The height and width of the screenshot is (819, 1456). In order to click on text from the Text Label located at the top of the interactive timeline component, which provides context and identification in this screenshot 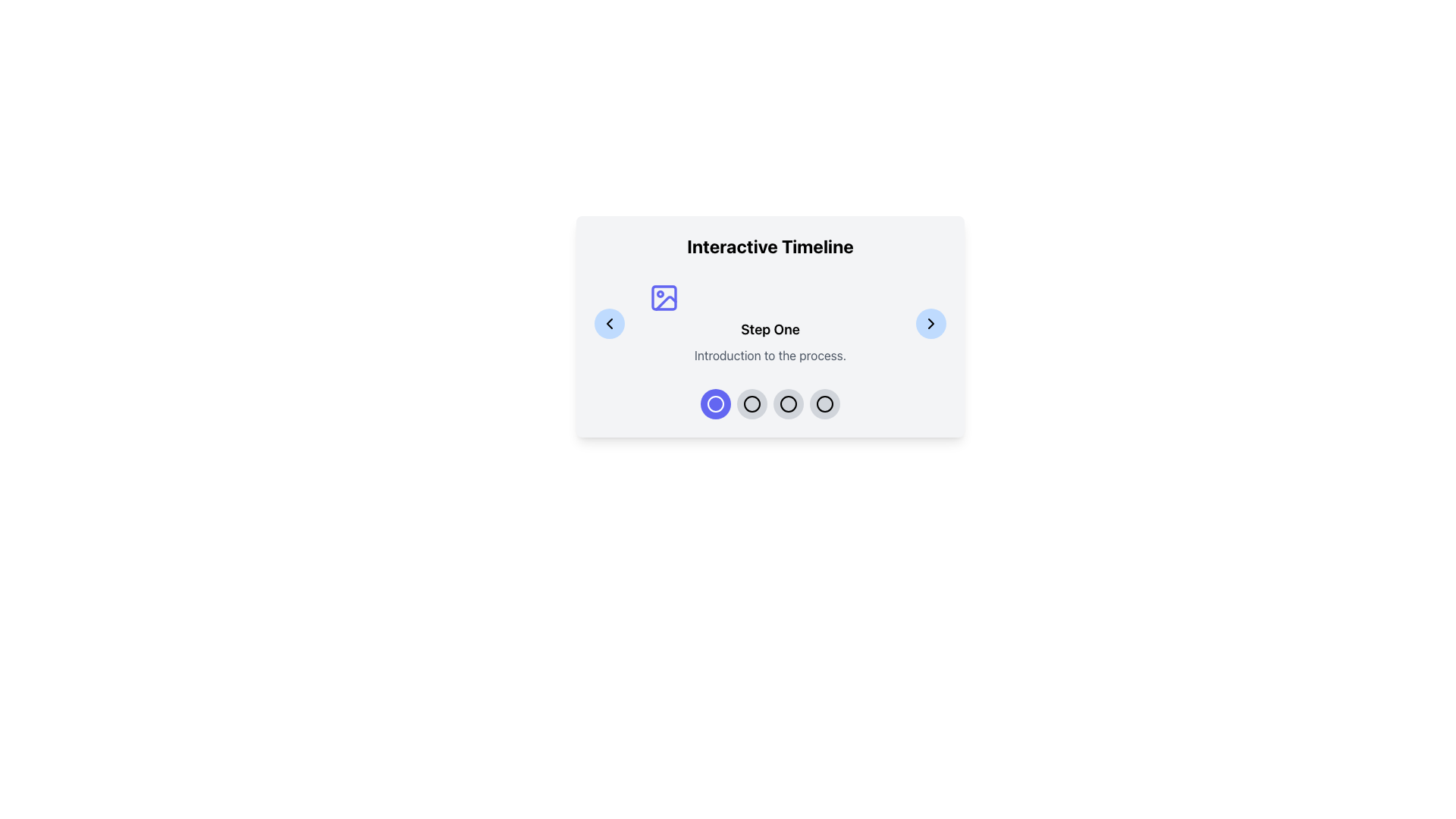, I will do `click(770, 245)`.